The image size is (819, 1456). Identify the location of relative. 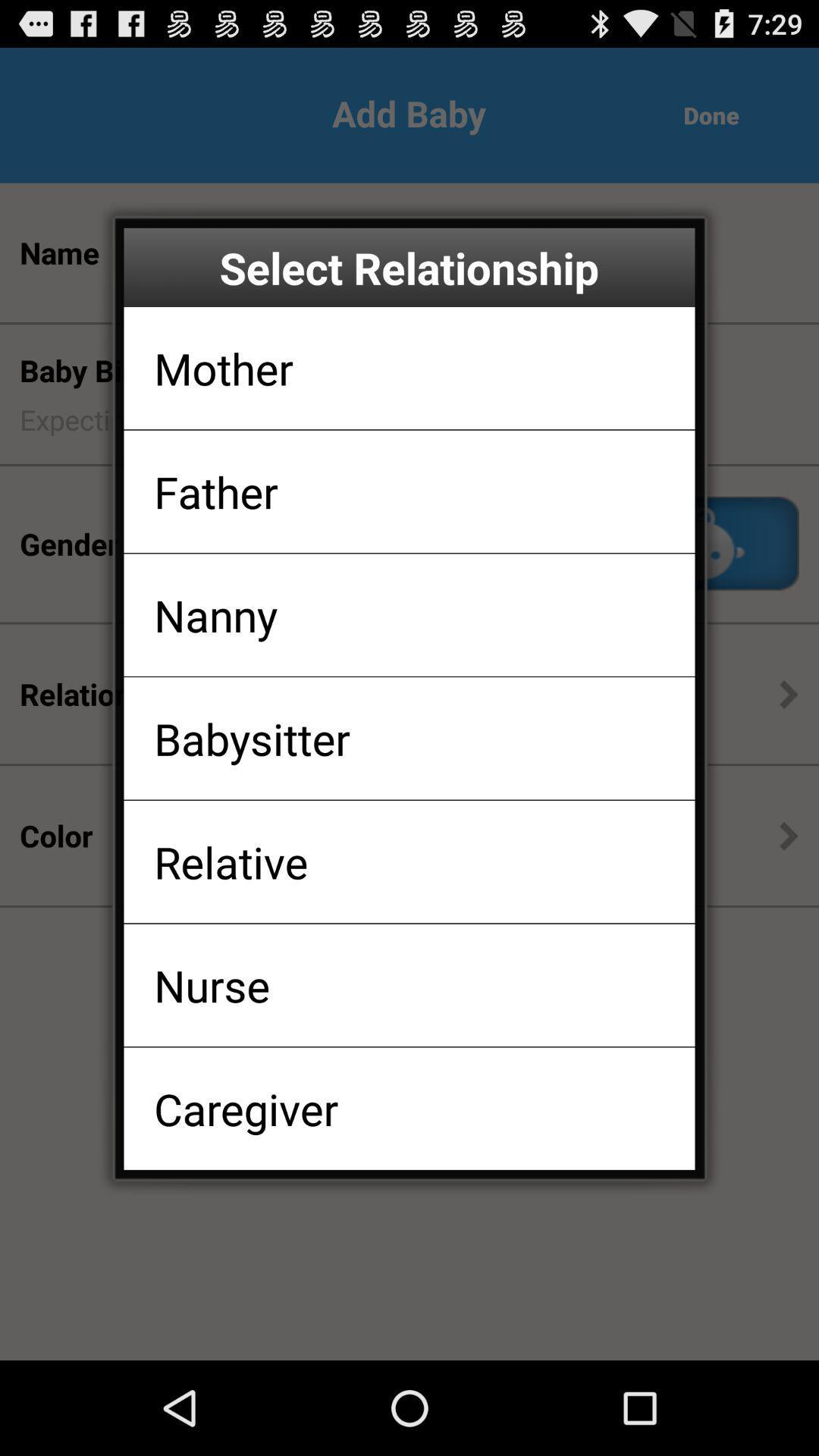
(231, 861).